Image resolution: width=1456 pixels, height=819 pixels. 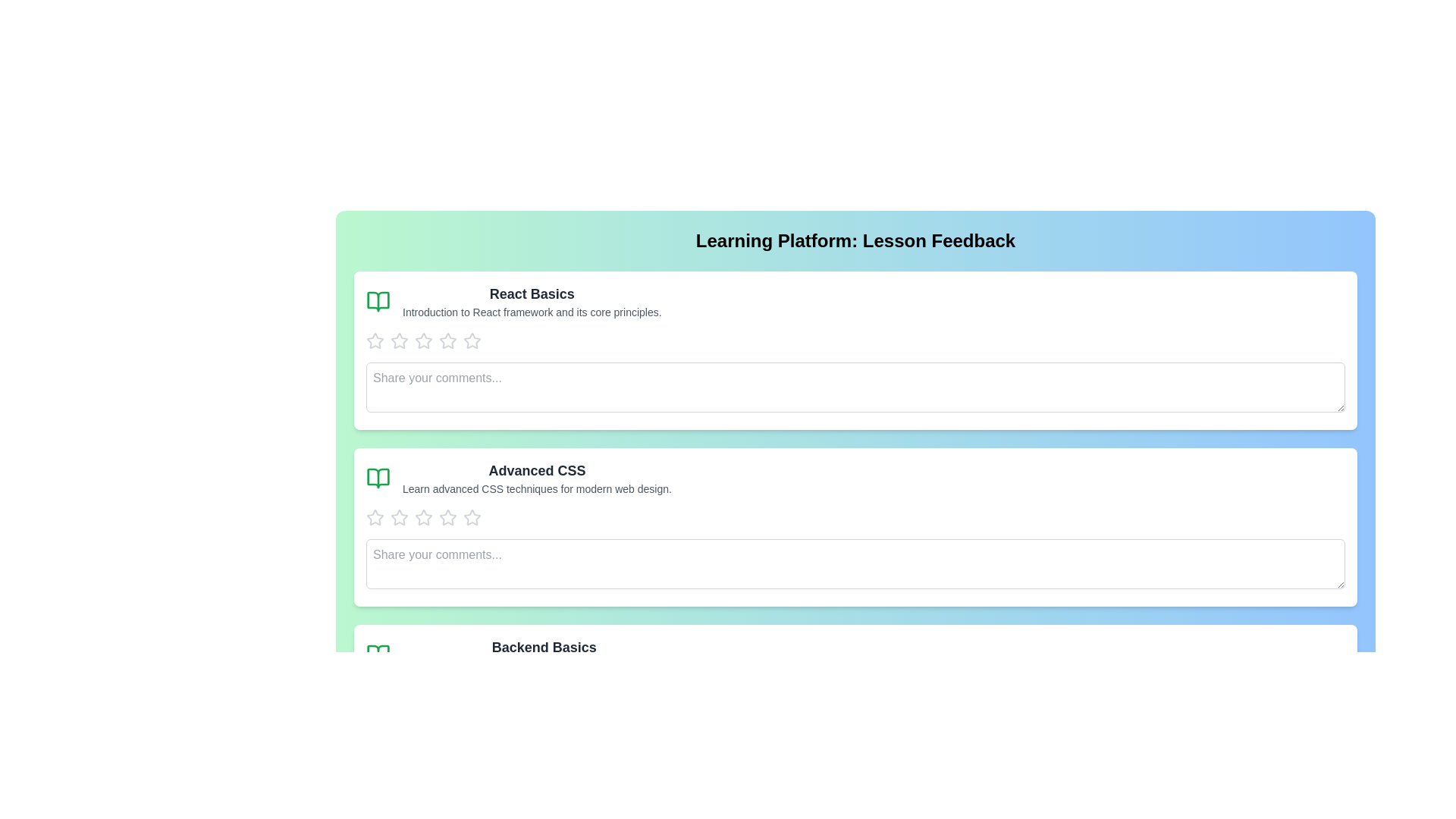 What do you see at coordinates (375, 340) in the screenshot?
I see `the first star icon from the left in the rating system for the 'React Basics' course to give a rating` at bounding box center [375, 340].